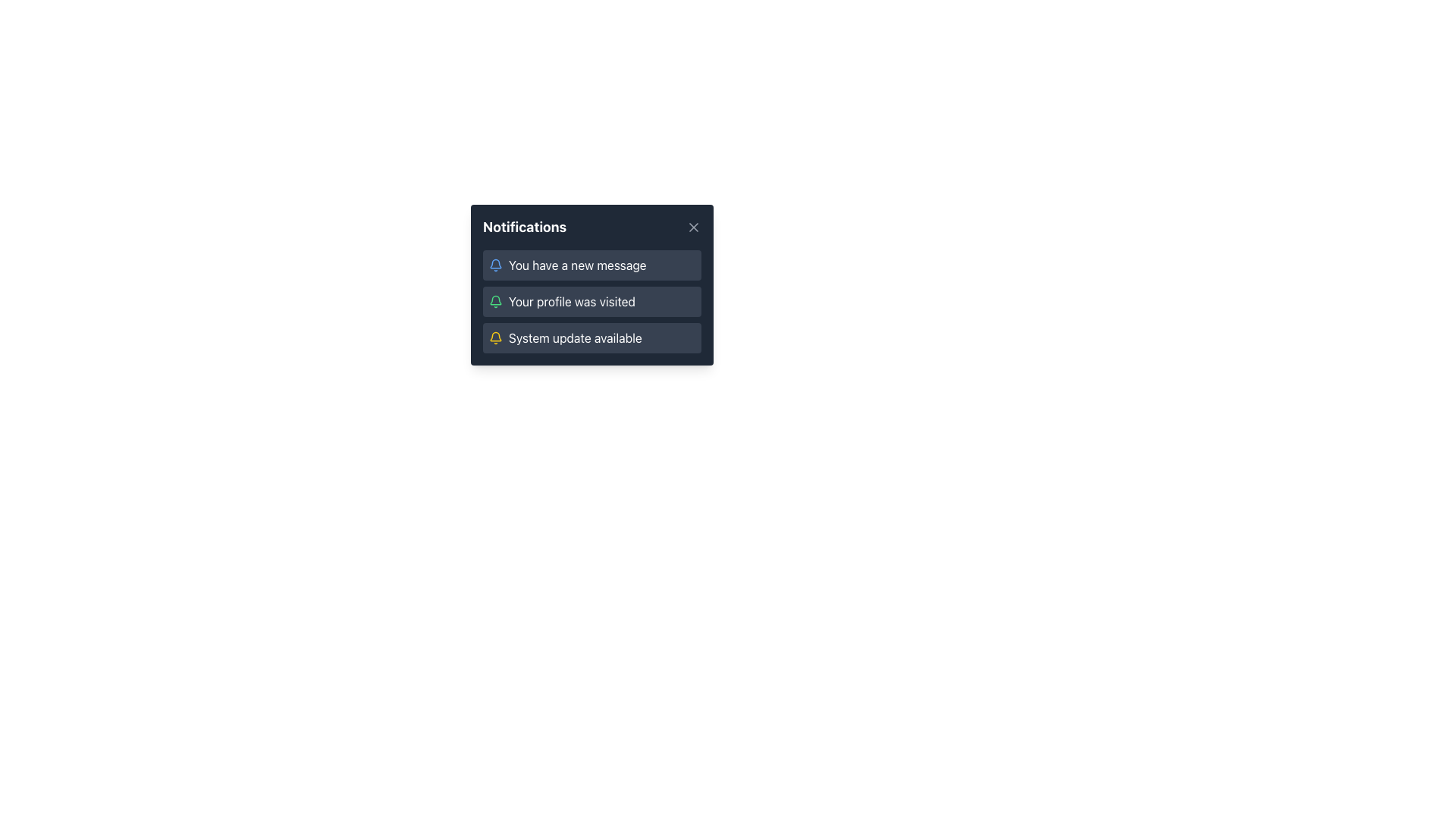 The image size is (1456, 819). Describe the element at coordinates (591, 265) in the screenshot. I see `the first notification entry indicating a new message` at that location.